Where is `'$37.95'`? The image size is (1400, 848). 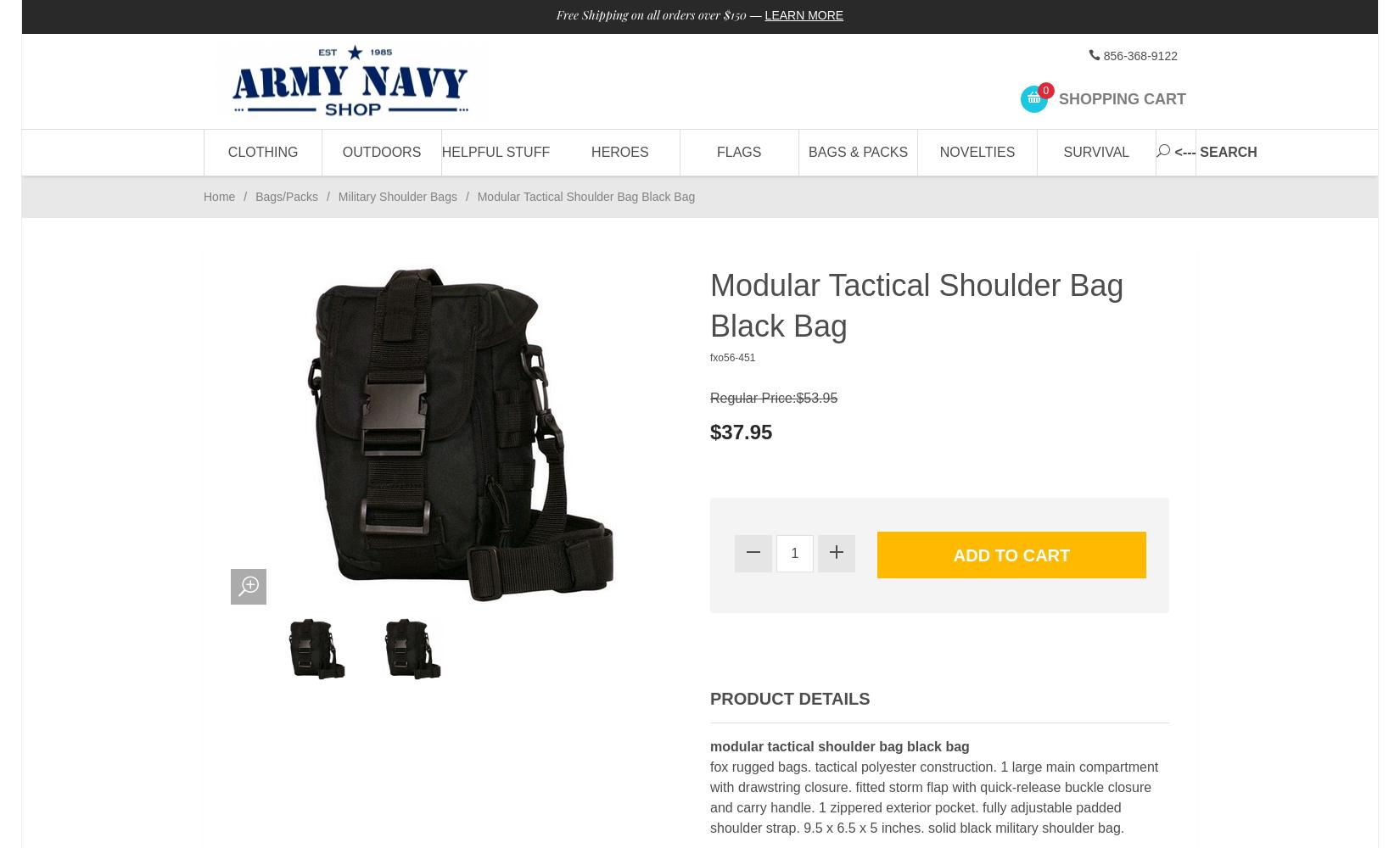
'$37.95' is located at coordinates (710, 431).